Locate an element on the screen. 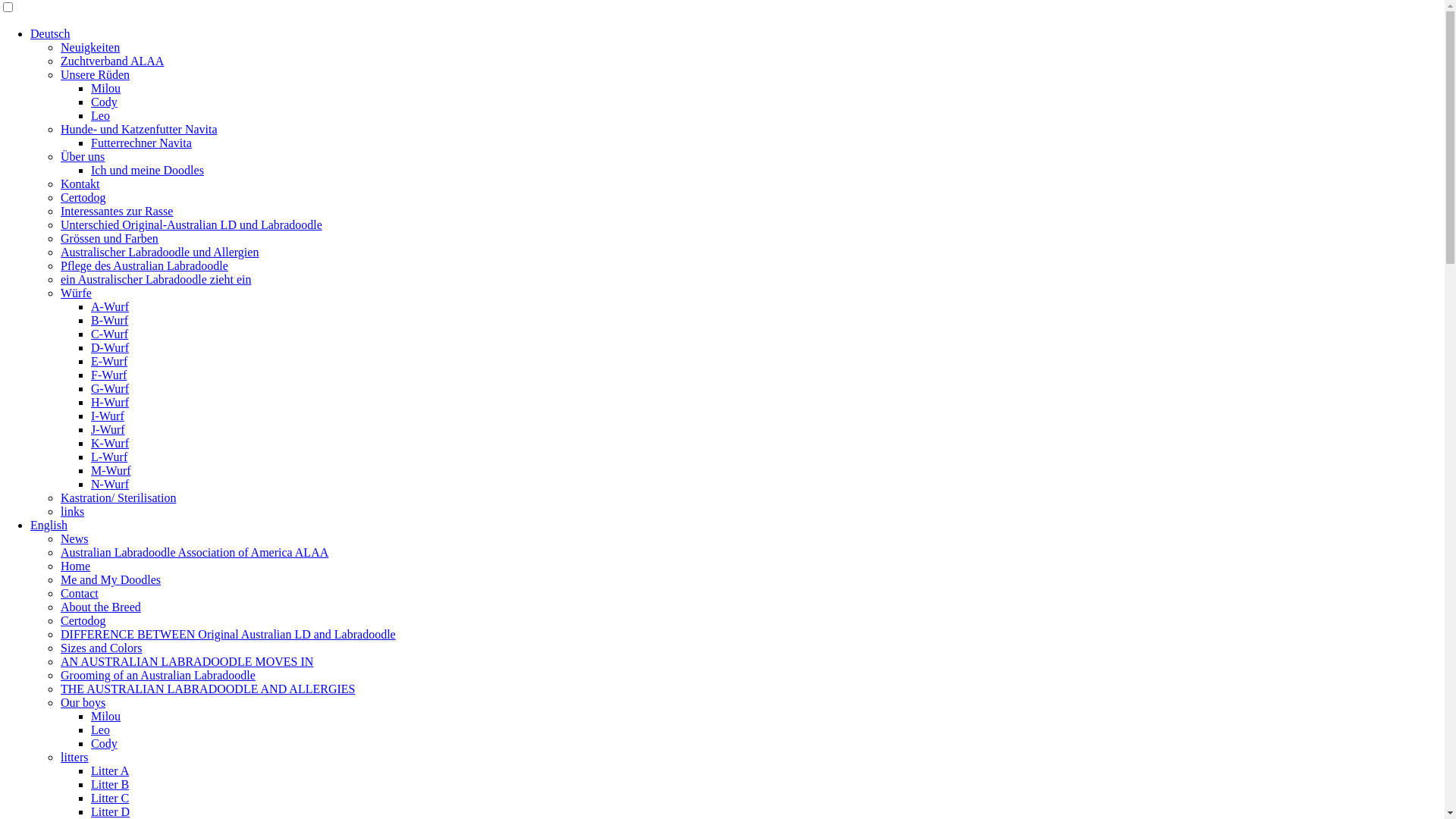  'Neuigkeiten' is located at coordinates (89, 46).